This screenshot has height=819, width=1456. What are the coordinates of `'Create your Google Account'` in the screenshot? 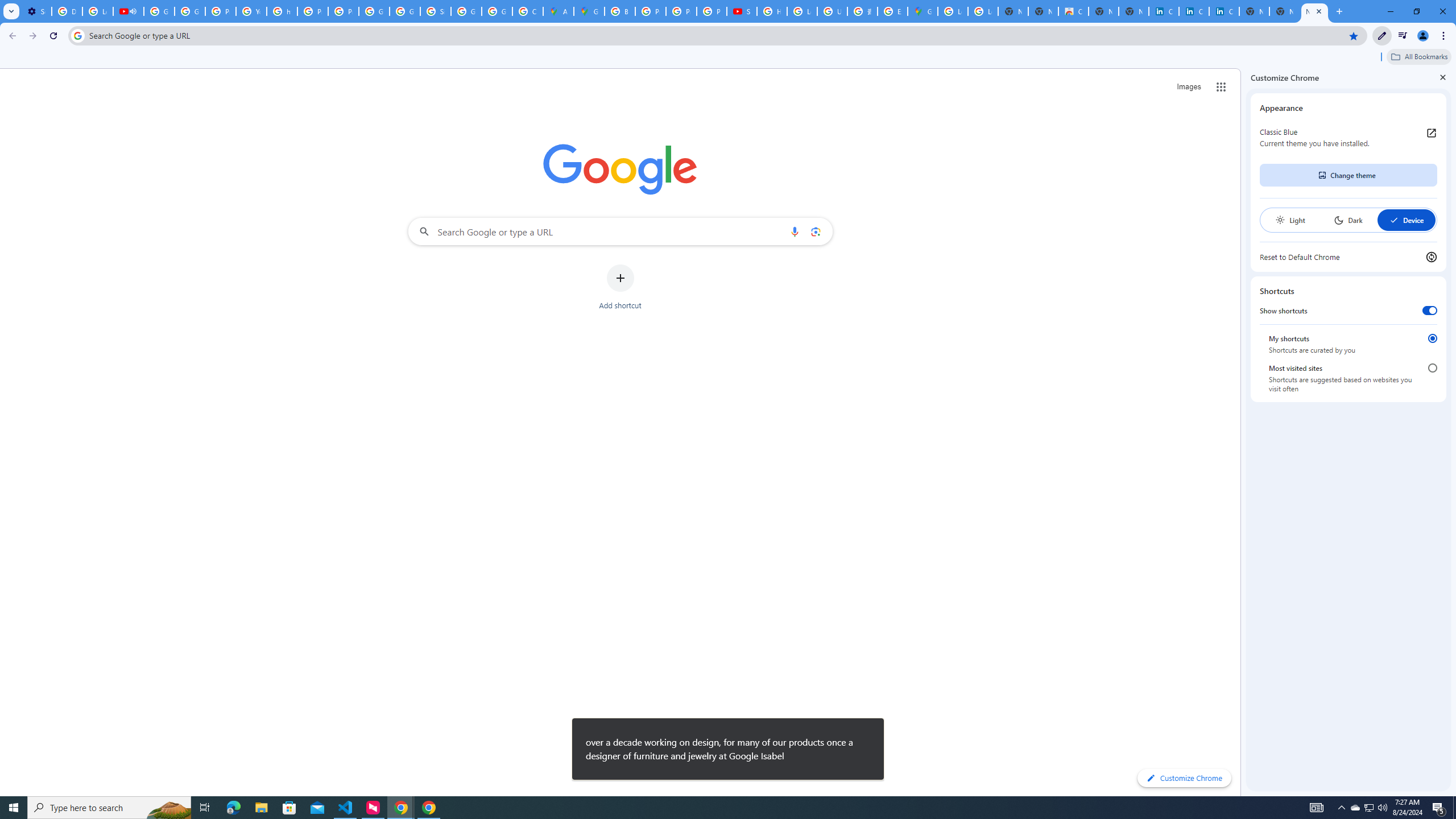 It's located at (528, 11).